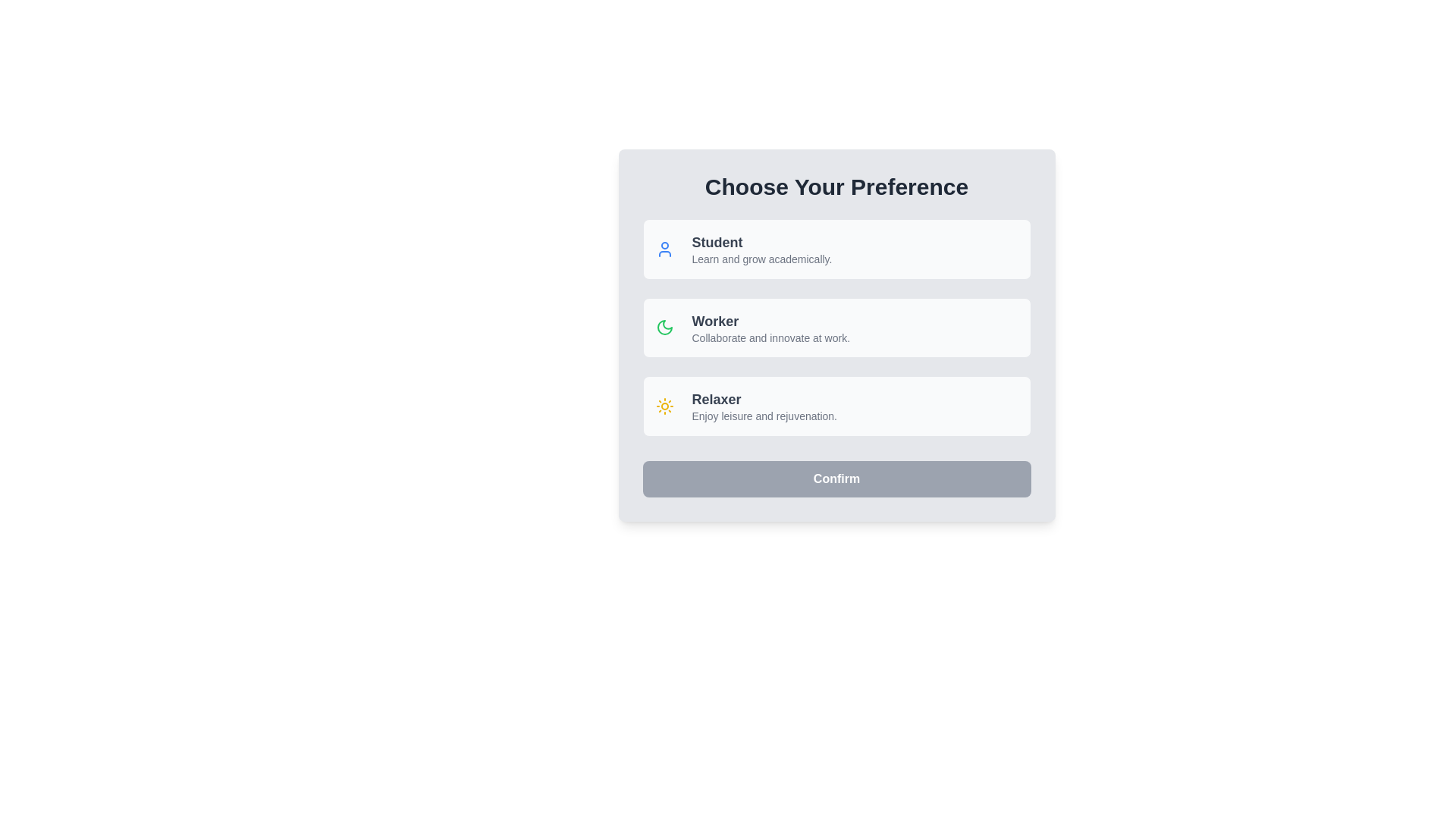 The height and width of the screenshot is (819, 1456). I want to click on the second selectable option in the group titled 'Worker', which is visually represented with an icon and descriptive text, so click(836, 327).